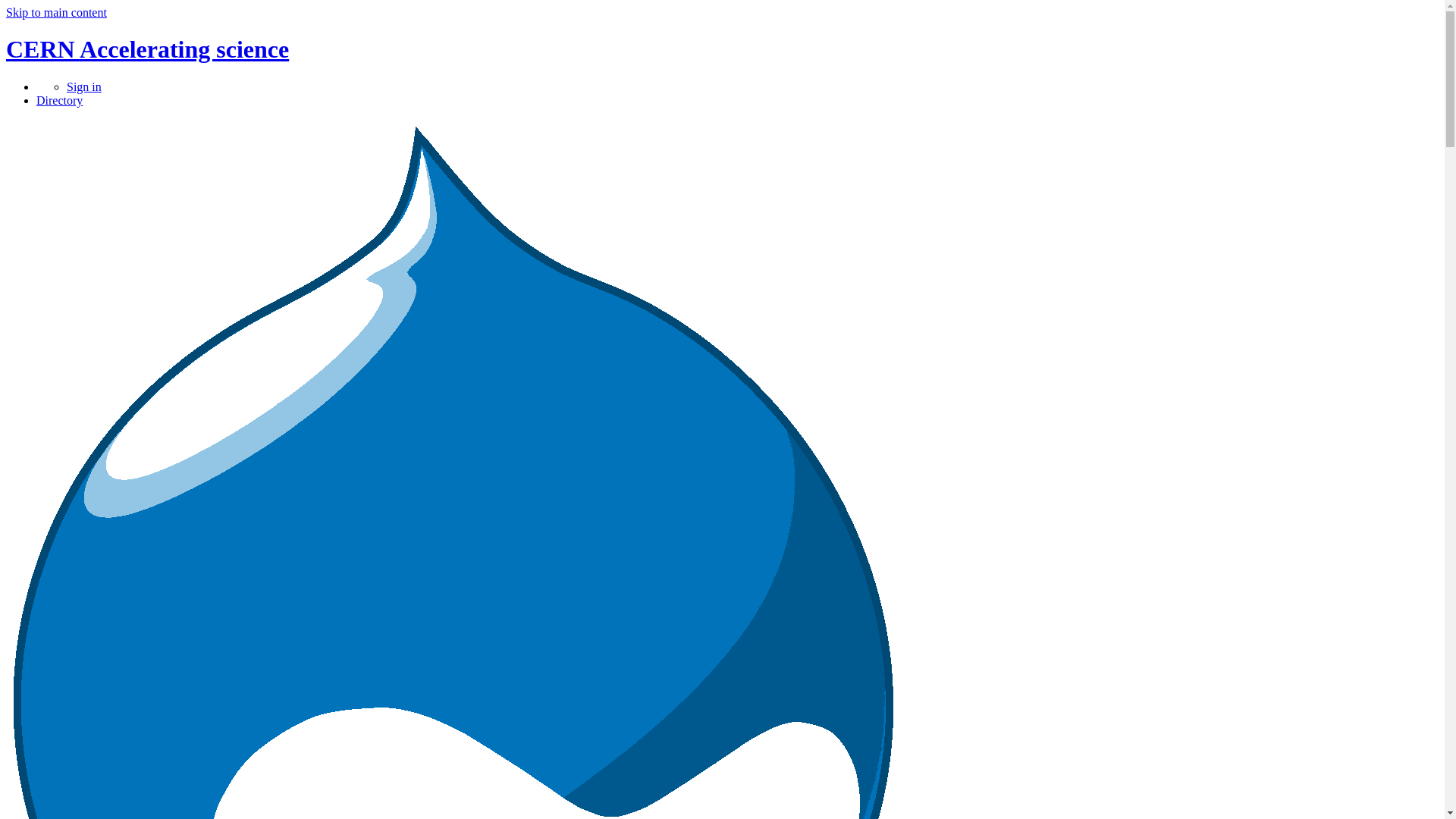 The image size is (1456, 819). Describe the element at coordinates (147, 49) in the screenshot. I see `'CERN Accelerating science'` at that location.